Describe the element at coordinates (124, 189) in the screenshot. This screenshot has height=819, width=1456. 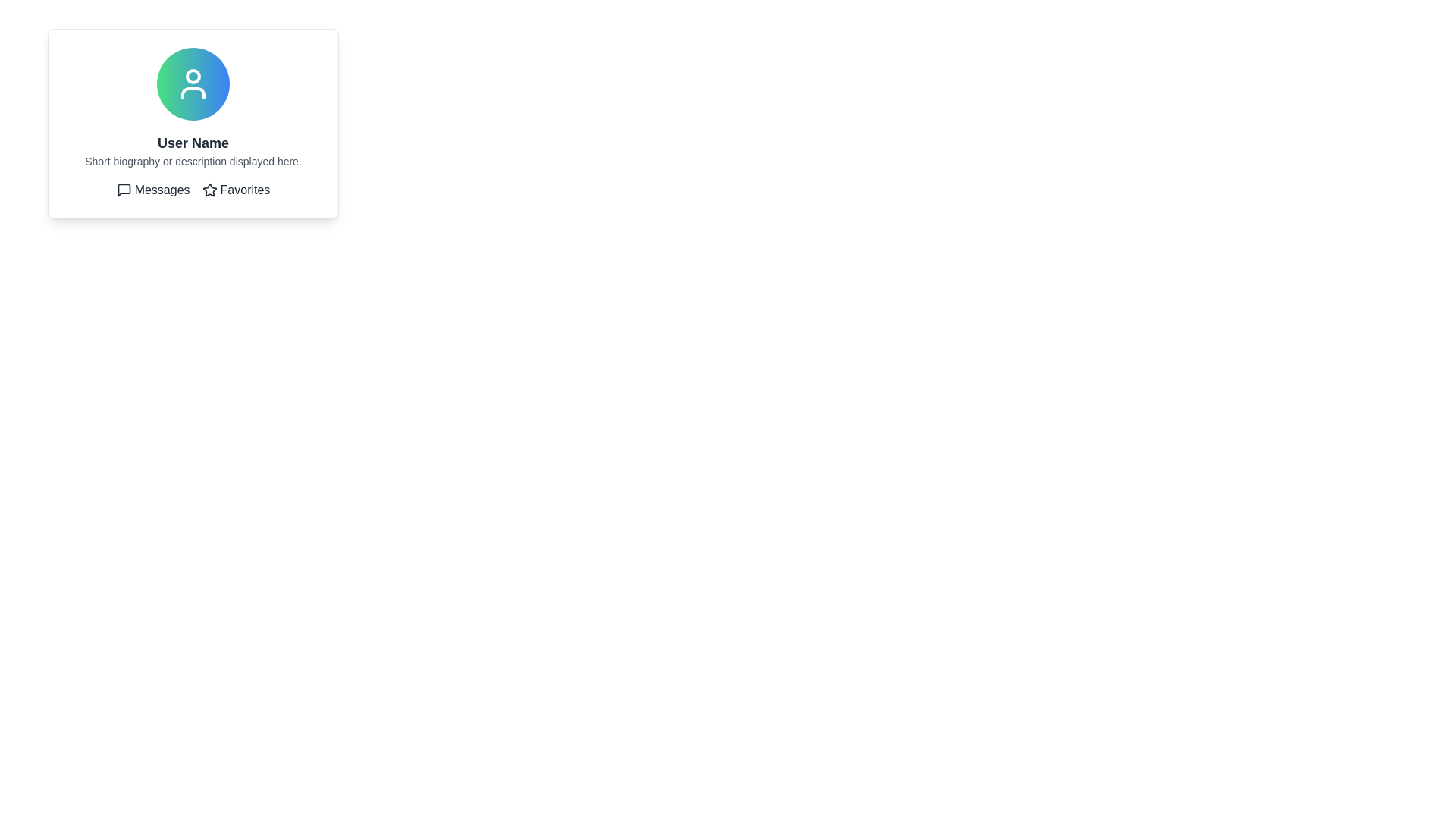
I see `the messaging icon located to the immediate left of the 'Messages' label in the user profile card` at that location.